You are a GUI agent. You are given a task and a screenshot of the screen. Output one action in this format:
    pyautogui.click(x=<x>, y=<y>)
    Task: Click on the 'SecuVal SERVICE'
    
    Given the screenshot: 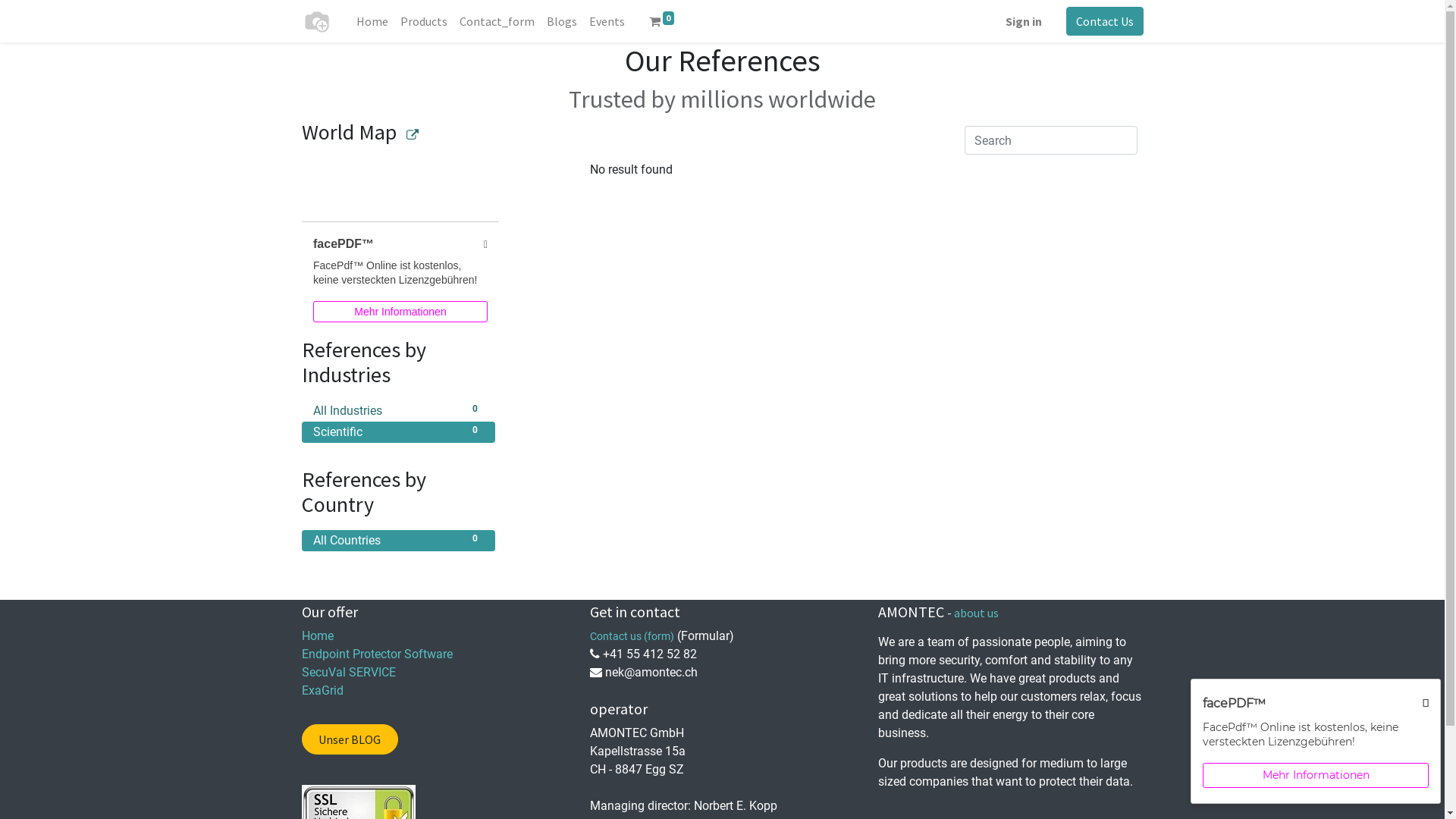 What is the action you would take?
    pyautogui.click(x=302, y=671)
    